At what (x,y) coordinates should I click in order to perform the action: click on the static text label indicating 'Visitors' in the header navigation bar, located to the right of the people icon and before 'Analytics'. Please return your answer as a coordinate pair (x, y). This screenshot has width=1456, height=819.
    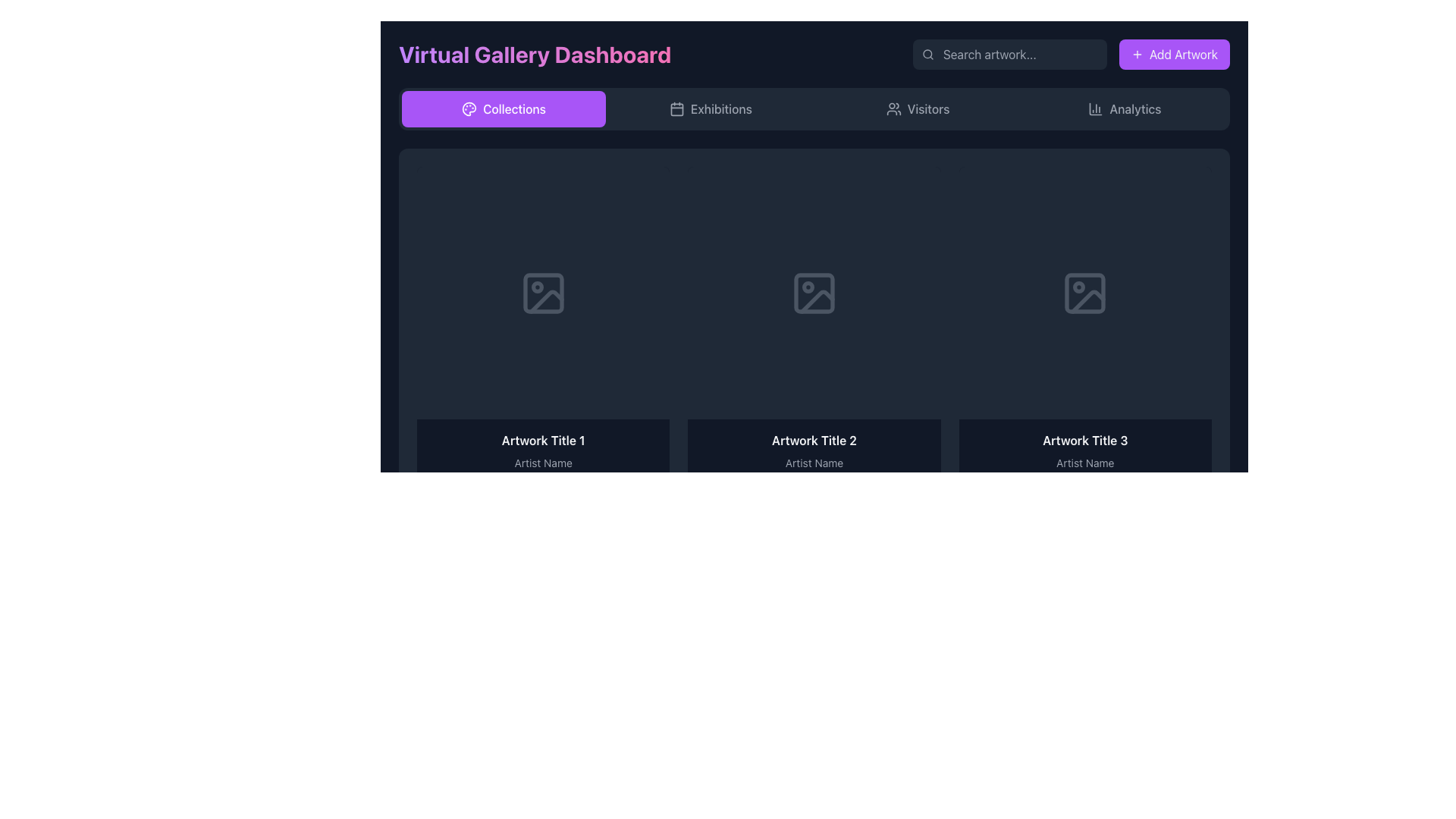
    Looking at the image, I should click on (927, 108).